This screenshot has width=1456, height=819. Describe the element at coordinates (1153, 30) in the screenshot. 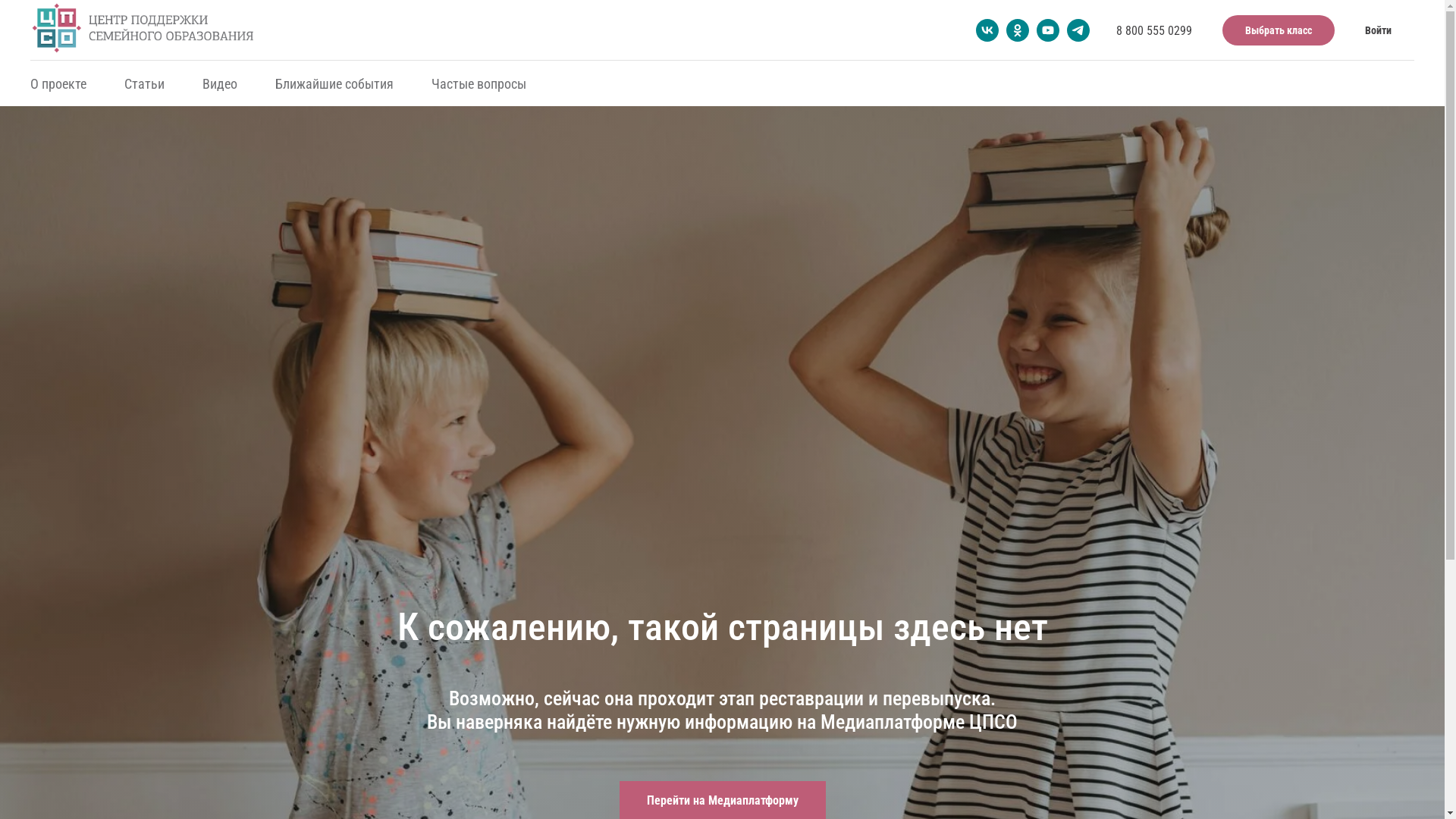

I see `'8 800 555 0299'` at that location.